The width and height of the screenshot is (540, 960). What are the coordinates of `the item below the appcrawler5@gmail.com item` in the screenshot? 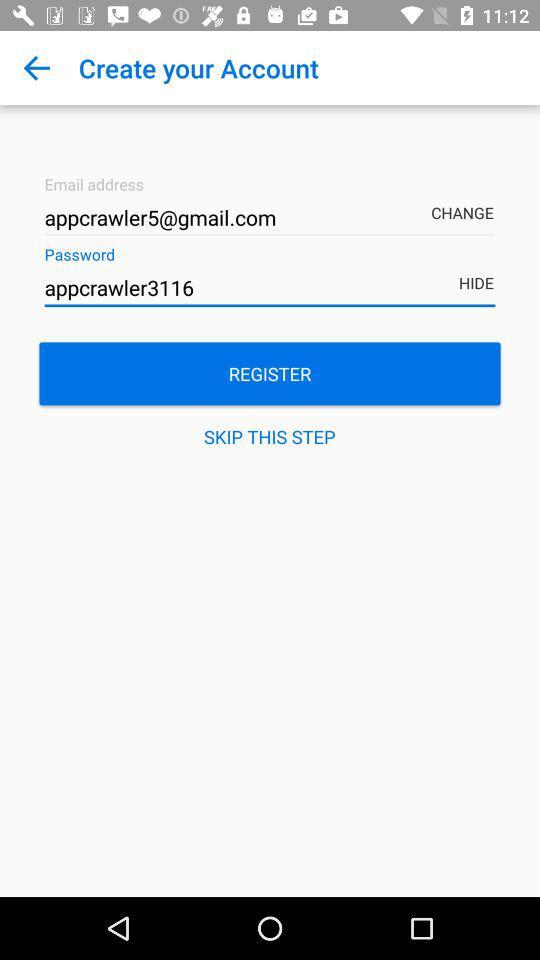 It's located at (270, 287).